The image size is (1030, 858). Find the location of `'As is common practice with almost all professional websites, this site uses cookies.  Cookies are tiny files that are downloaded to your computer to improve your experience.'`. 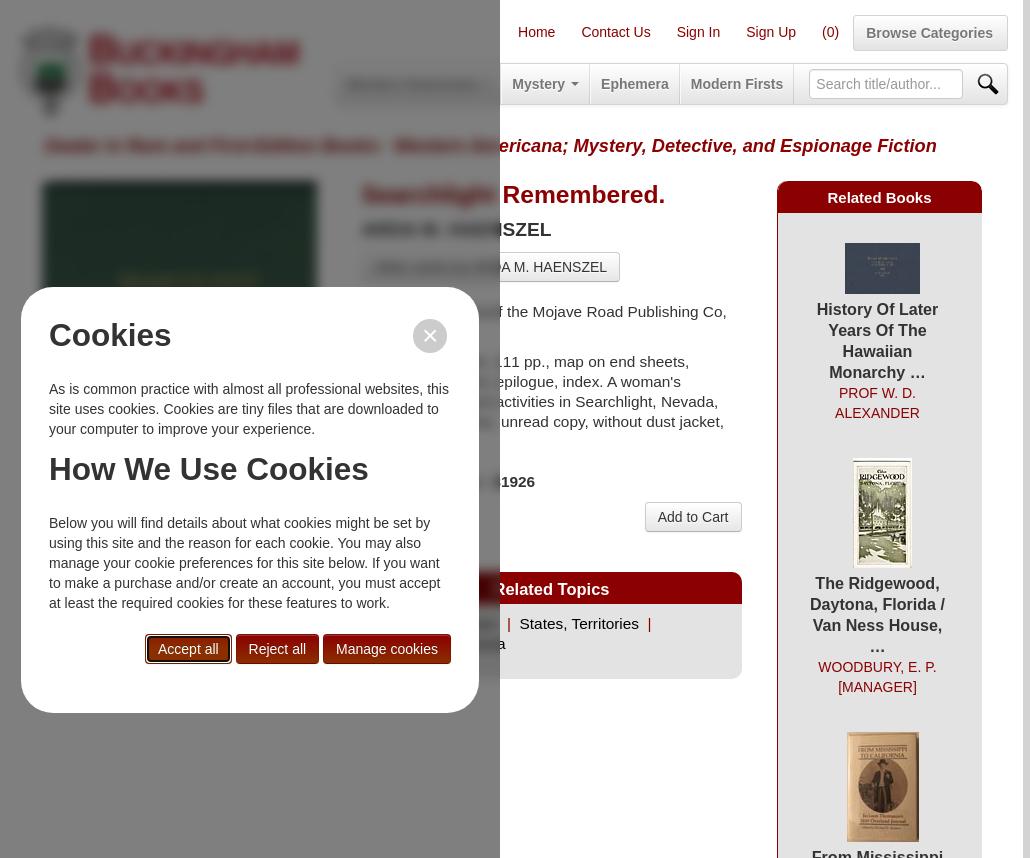

'As is common practice with almost all professional websites, this site uses cookies.  Cookies are tiny files that are downloaded to your computer to improve your experience.' is located at coordinates (248, 408).